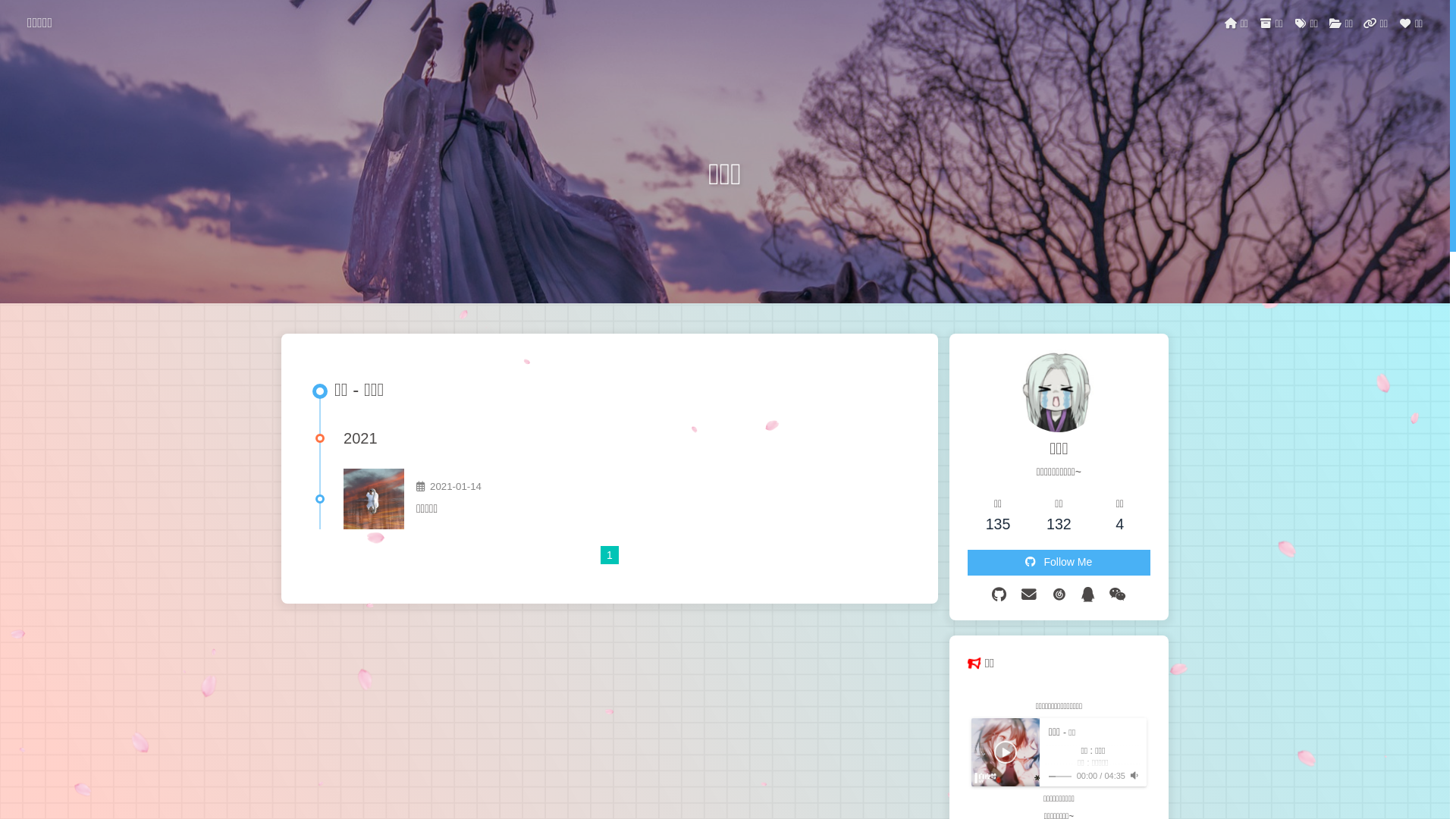 The width and height of the screenshot is (1456, 819). Describe the element at coordinates (1087, 593) in the screenshot. I see `'QQ'` at that location.